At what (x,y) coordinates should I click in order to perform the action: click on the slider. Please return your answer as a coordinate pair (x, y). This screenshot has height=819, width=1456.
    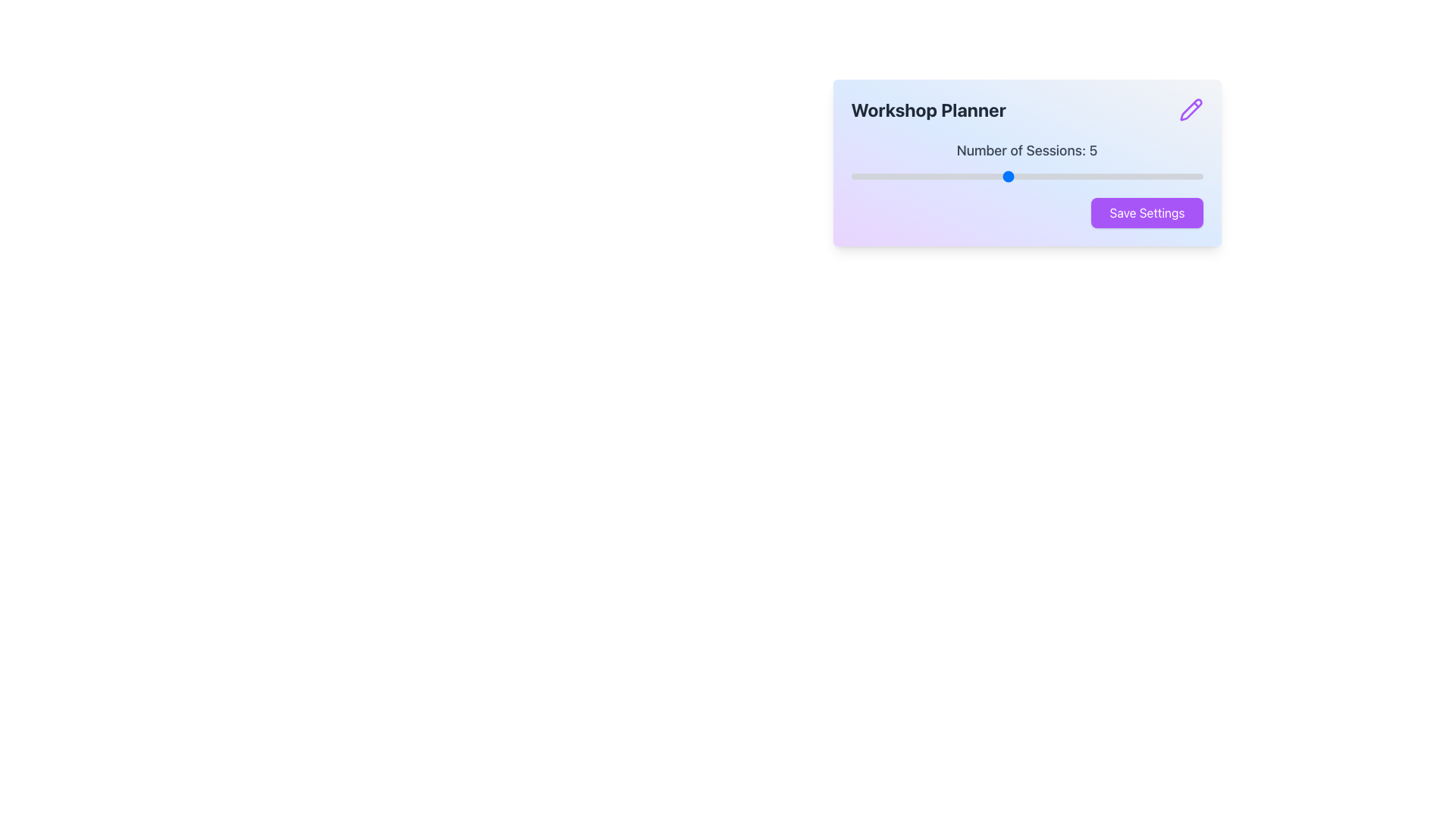
    Looking at the image, I should click on (1163, 175).